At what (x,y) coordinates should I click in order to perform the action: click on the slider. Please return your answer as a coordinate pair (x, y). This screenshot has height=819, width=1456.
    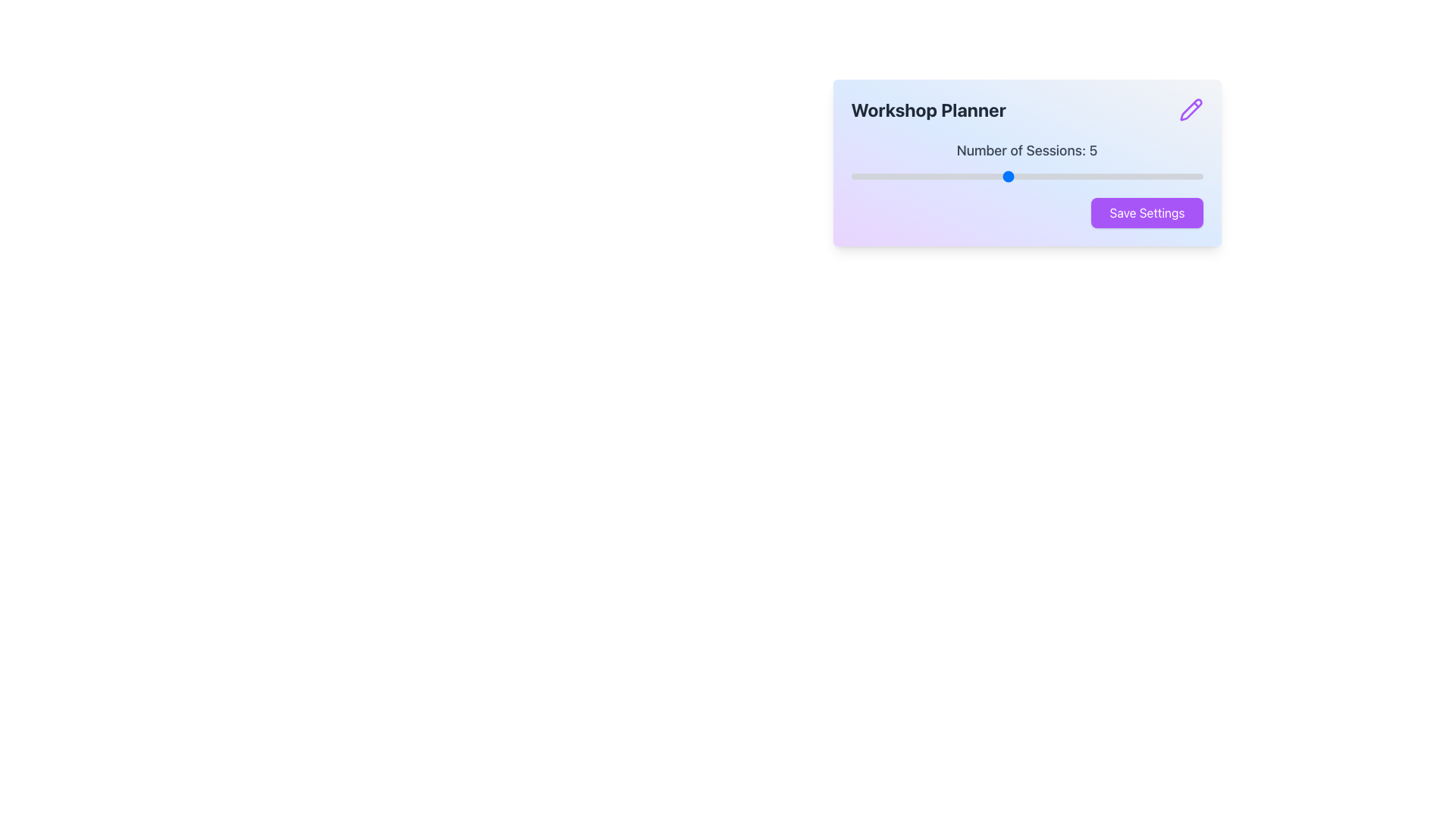
    Looking at the image, I should click on (1163, 175).